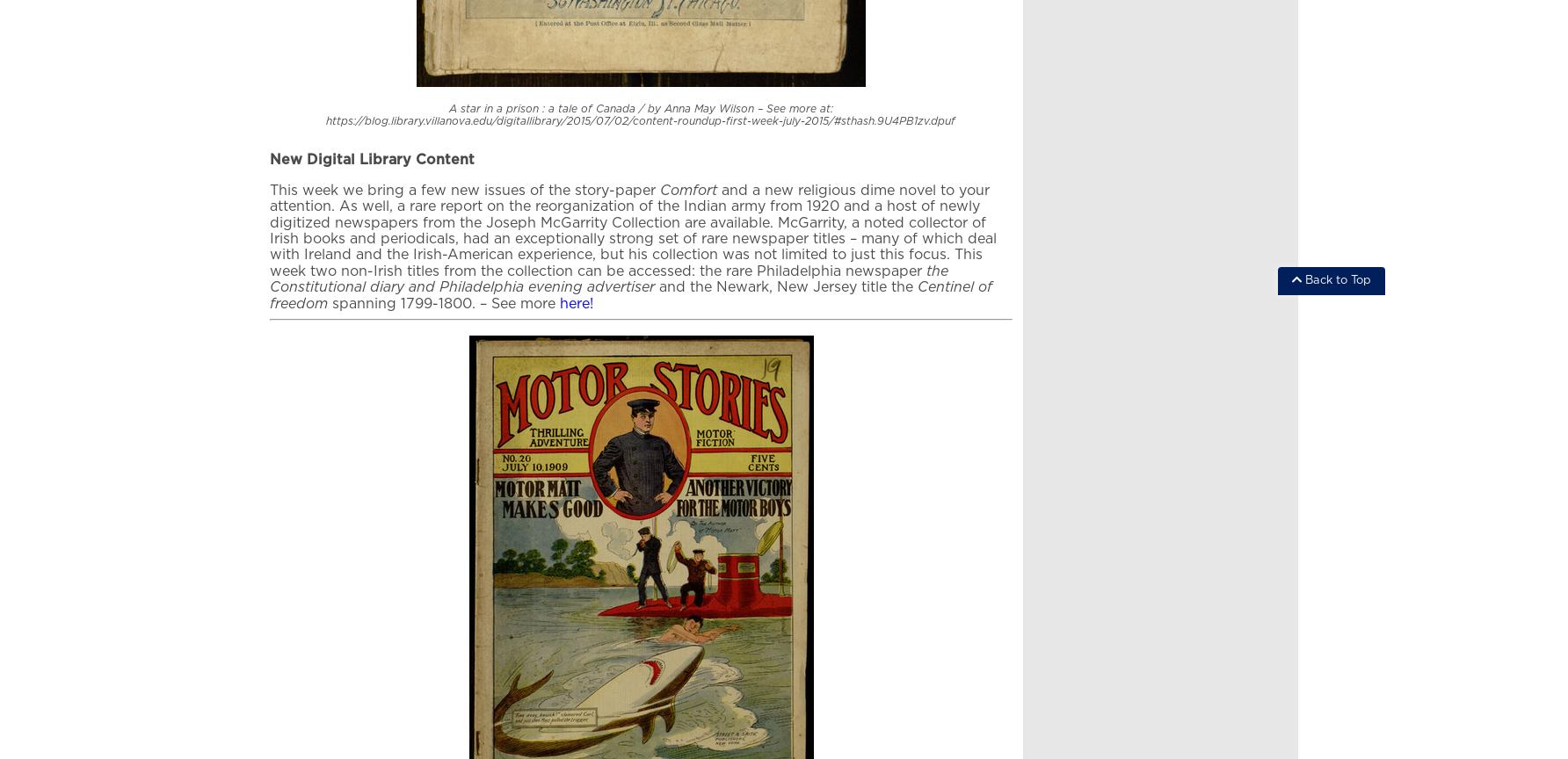 The width and height of the screenshot is (1568, 759). I want to click on 'spanning 1799-1800. – See more', so click(444, 301).